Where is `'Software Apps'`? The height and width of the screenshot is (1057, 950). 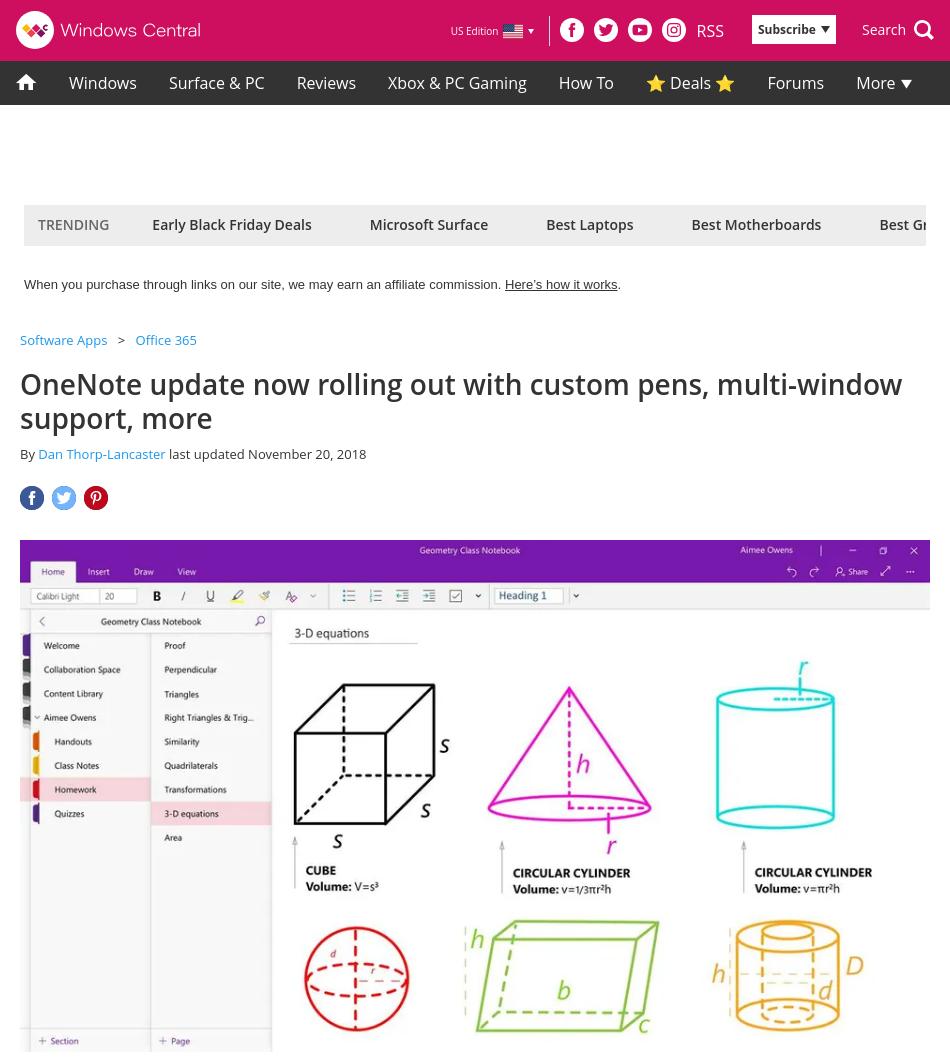 'Software Apps' is located at coordinates (63, 340).